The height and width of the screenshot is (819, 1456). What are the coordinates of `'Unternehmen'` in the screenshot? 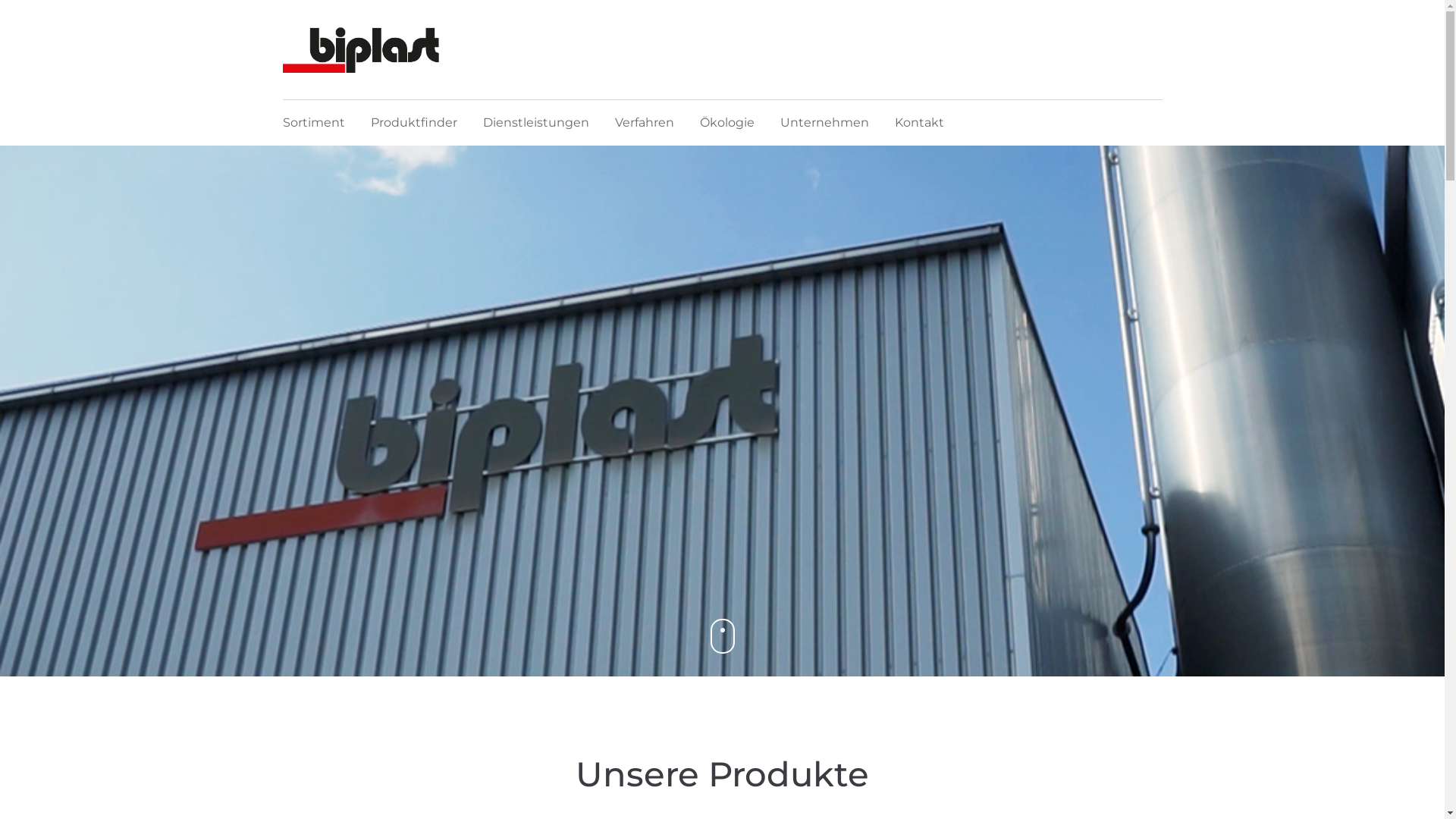 It's located at (823, 122).